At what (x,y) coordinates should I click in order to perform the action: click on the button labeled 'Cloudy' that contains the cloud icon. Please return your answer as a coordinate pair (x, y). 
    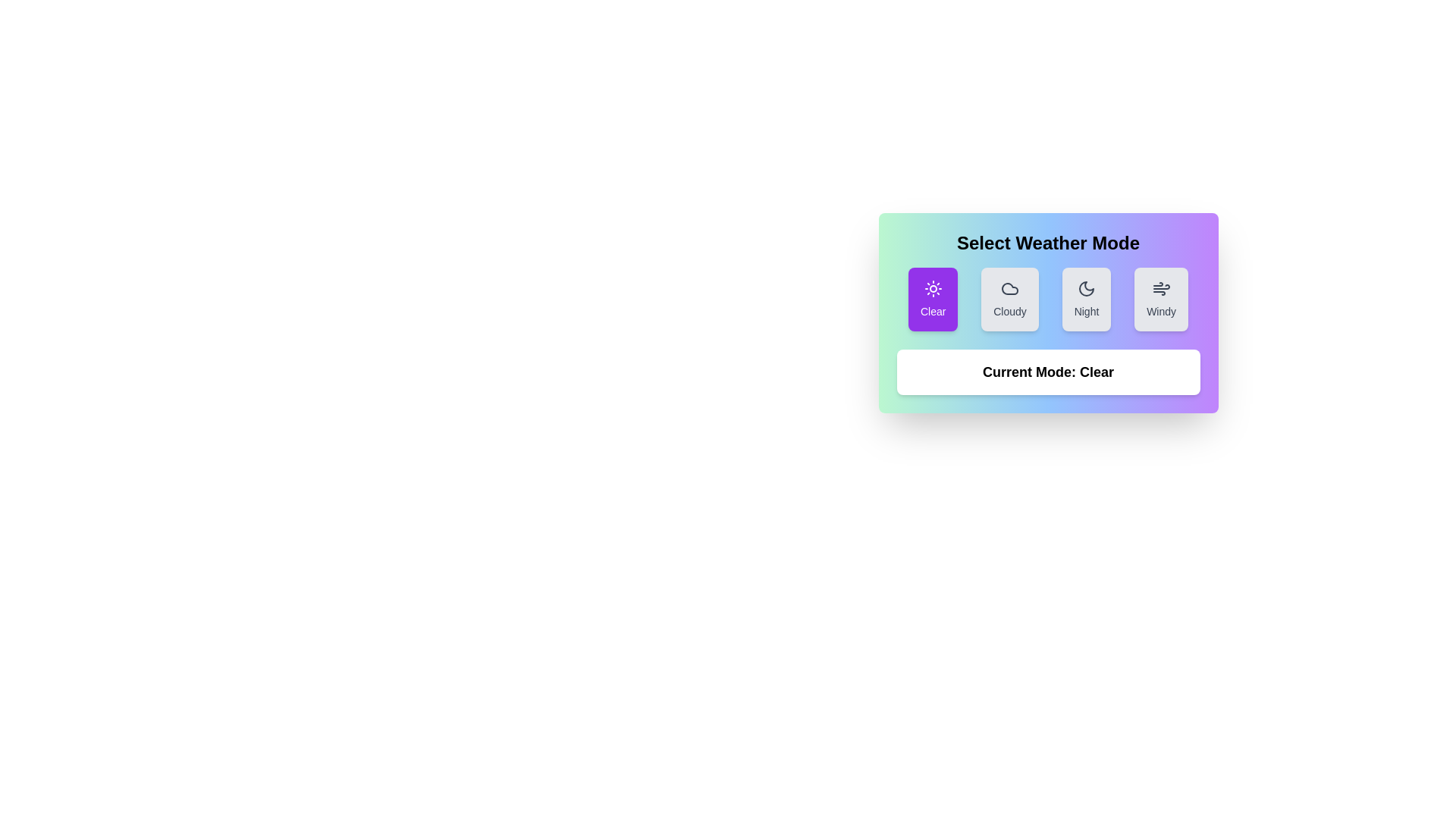
    Looking at the image, I should click on (1009, 289).